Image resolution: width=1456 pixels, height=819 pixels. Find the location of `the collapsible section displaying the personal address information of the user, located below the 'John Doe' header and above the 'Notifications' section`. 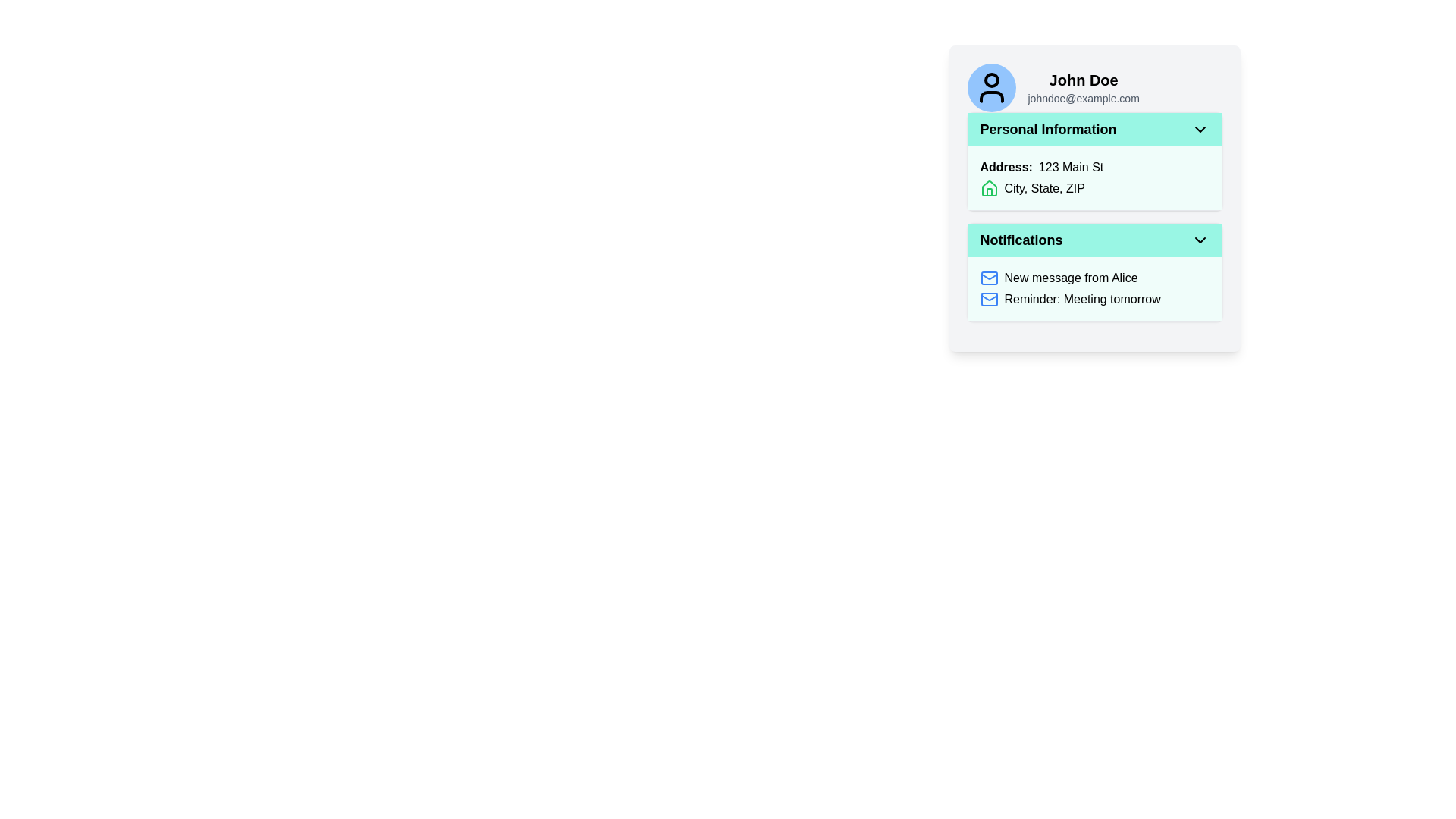

the collapsible section displaying the personal address information of the user, located below the 'John Doe' header and above the 'Notifications' section is located at coordinates (1094, 161).